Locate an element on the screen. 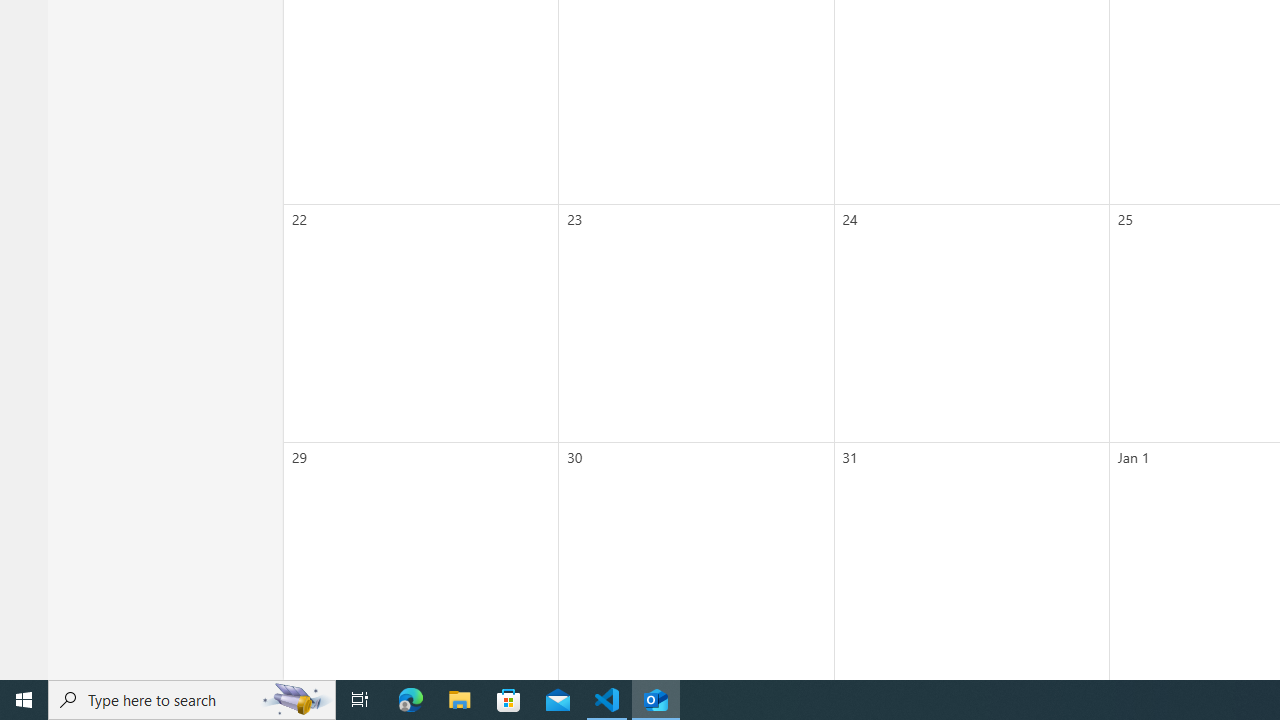 The image size is (1280, 720). 'Microsoft Edge' is located at coordinates (410, 698).